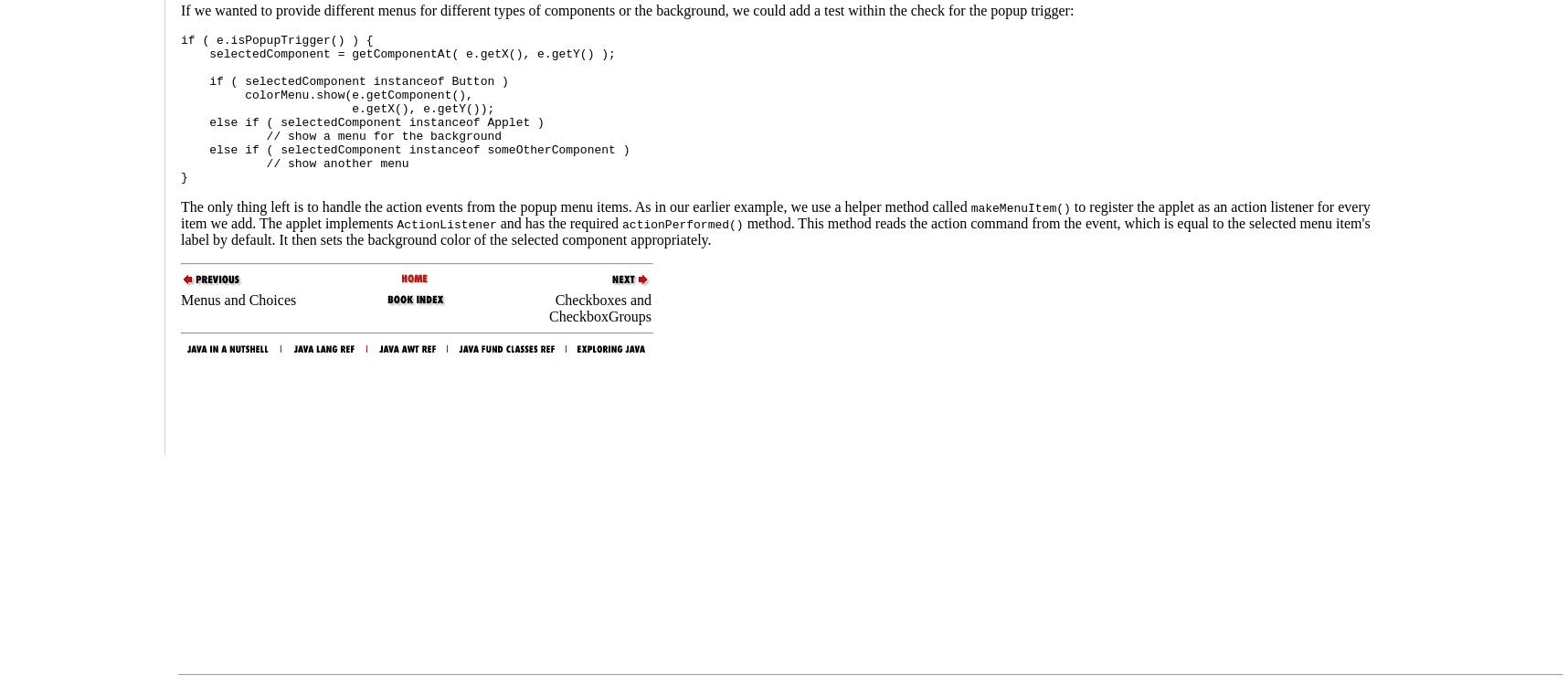 This screenshot has width=1568, height=686. I want to click on 'makeMenuItem()', so click(1019, 207).